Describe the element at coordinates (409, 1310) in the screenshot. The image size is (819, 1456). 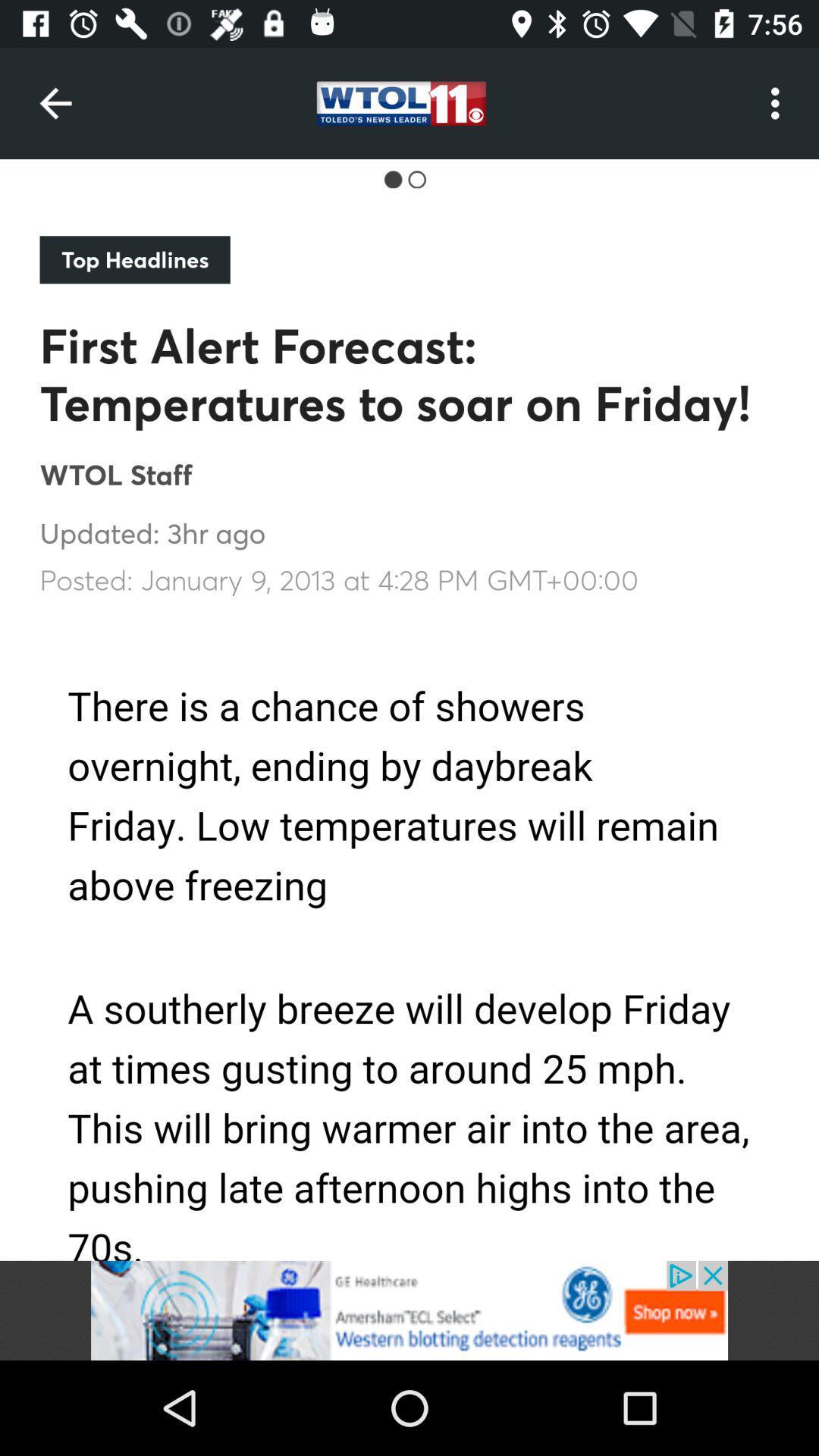
I see `advertisement page` at that location.